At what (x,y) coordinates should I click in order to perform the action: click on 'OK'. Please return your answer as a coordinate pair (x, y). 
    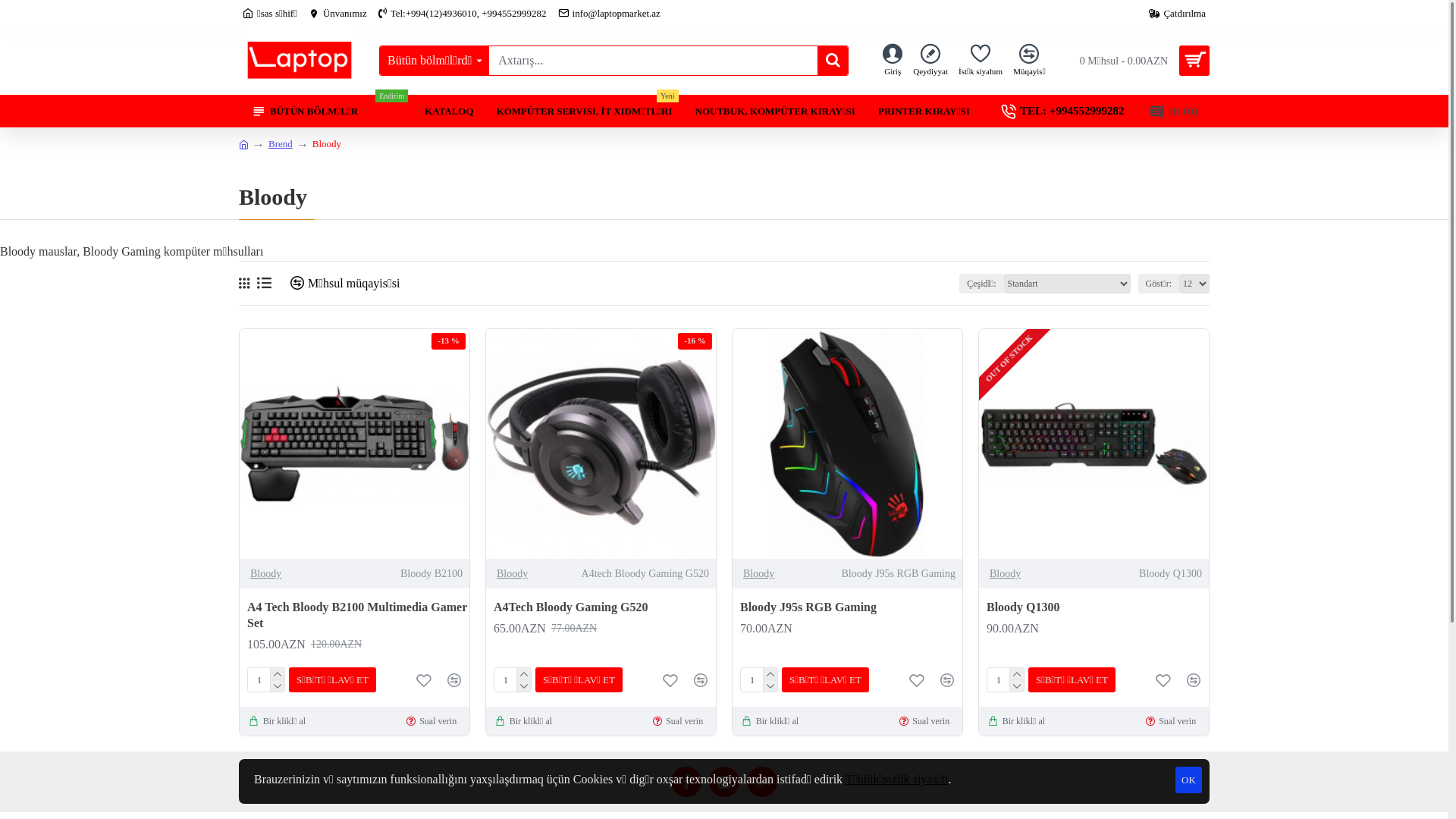
    Looking at the image, I should click on (1188, 780).